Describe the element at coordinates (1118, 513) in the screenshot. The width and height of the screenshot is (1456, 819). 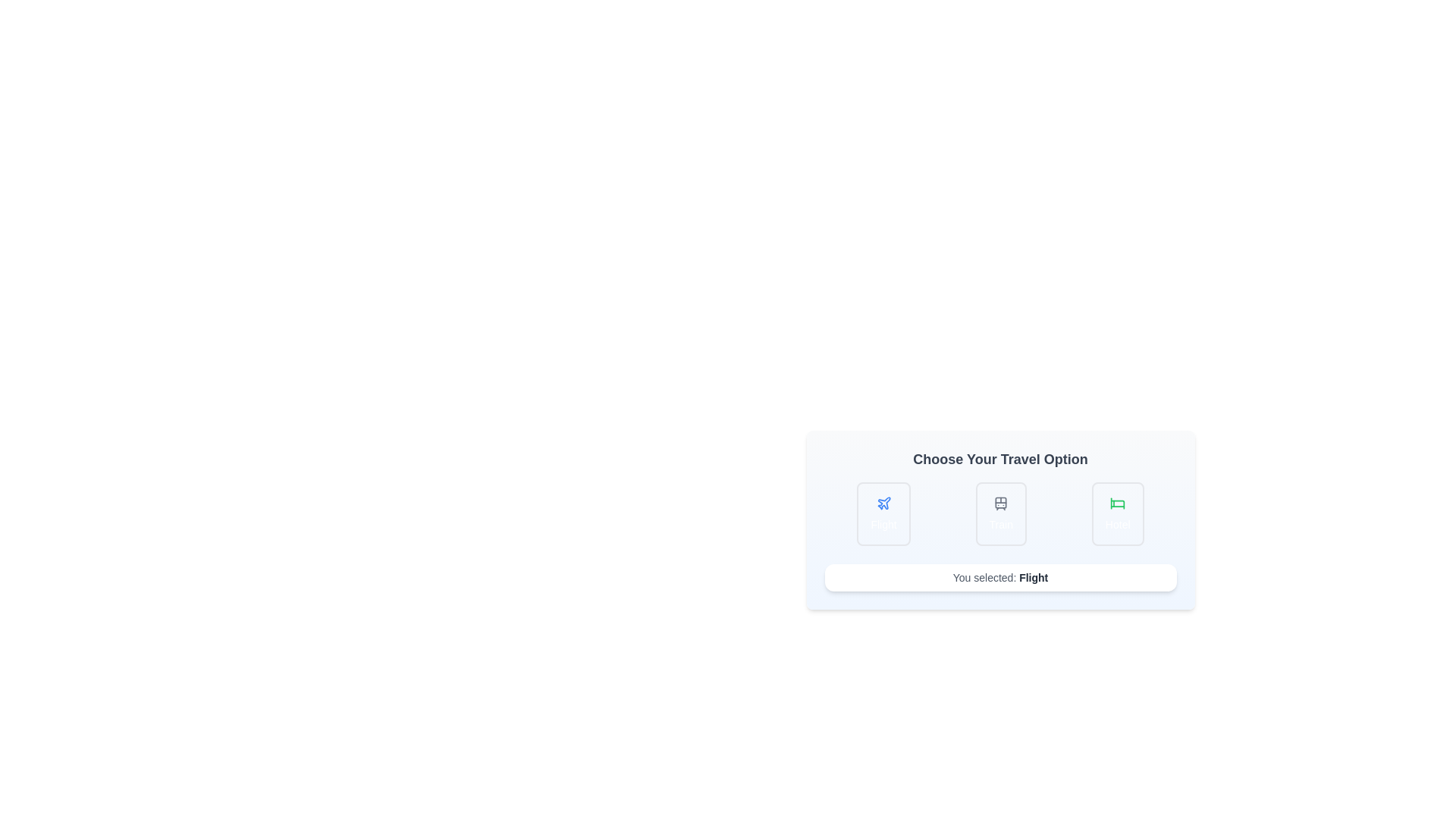
I see `the 'Hotel' button, which is a rectangular button with a rounded border featuring centered text and a green bed icon` at that location.